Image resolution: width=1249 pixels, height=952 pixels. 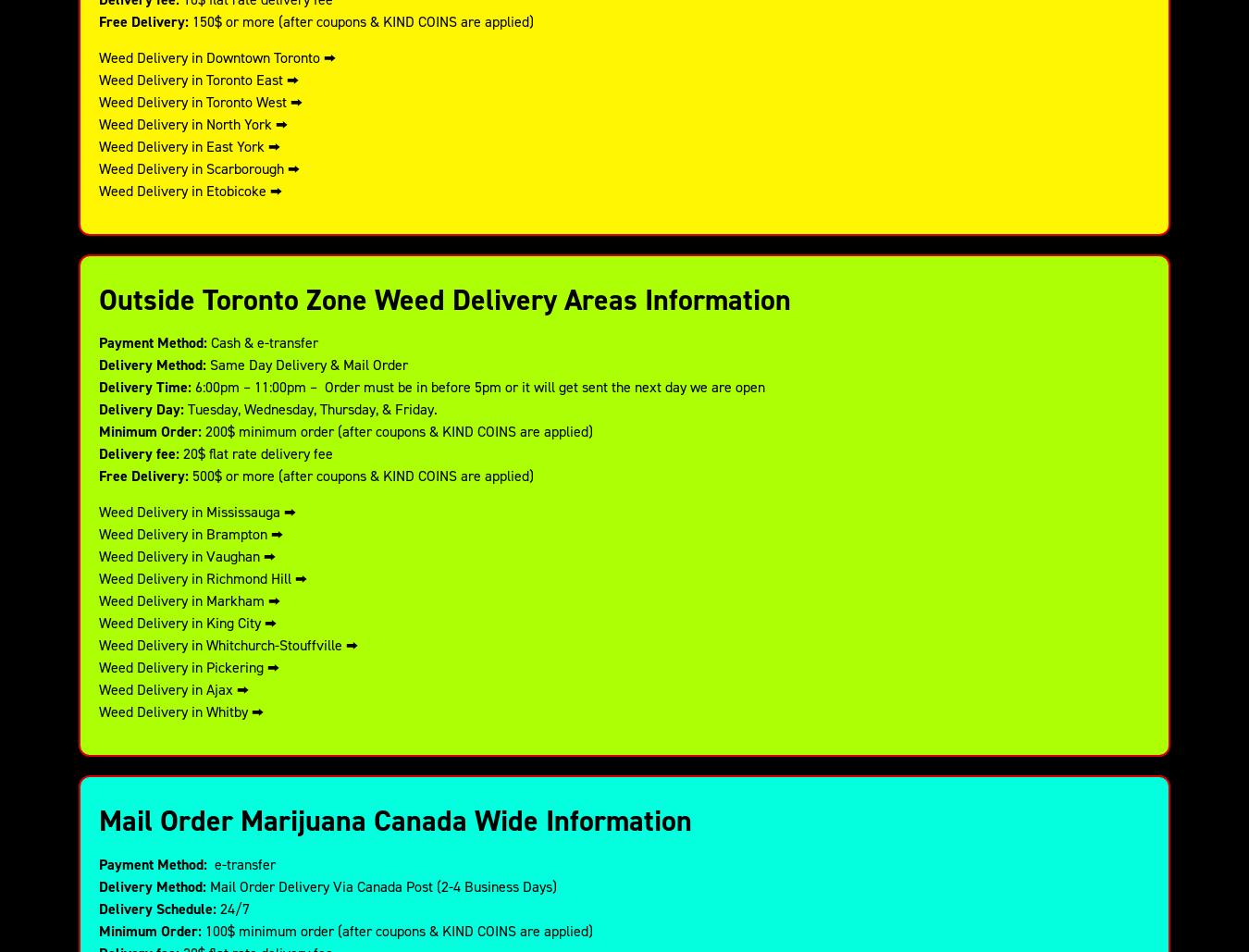 I want to click on 'Weed Delivery in King City ⮕', so click(x=98, y=621).